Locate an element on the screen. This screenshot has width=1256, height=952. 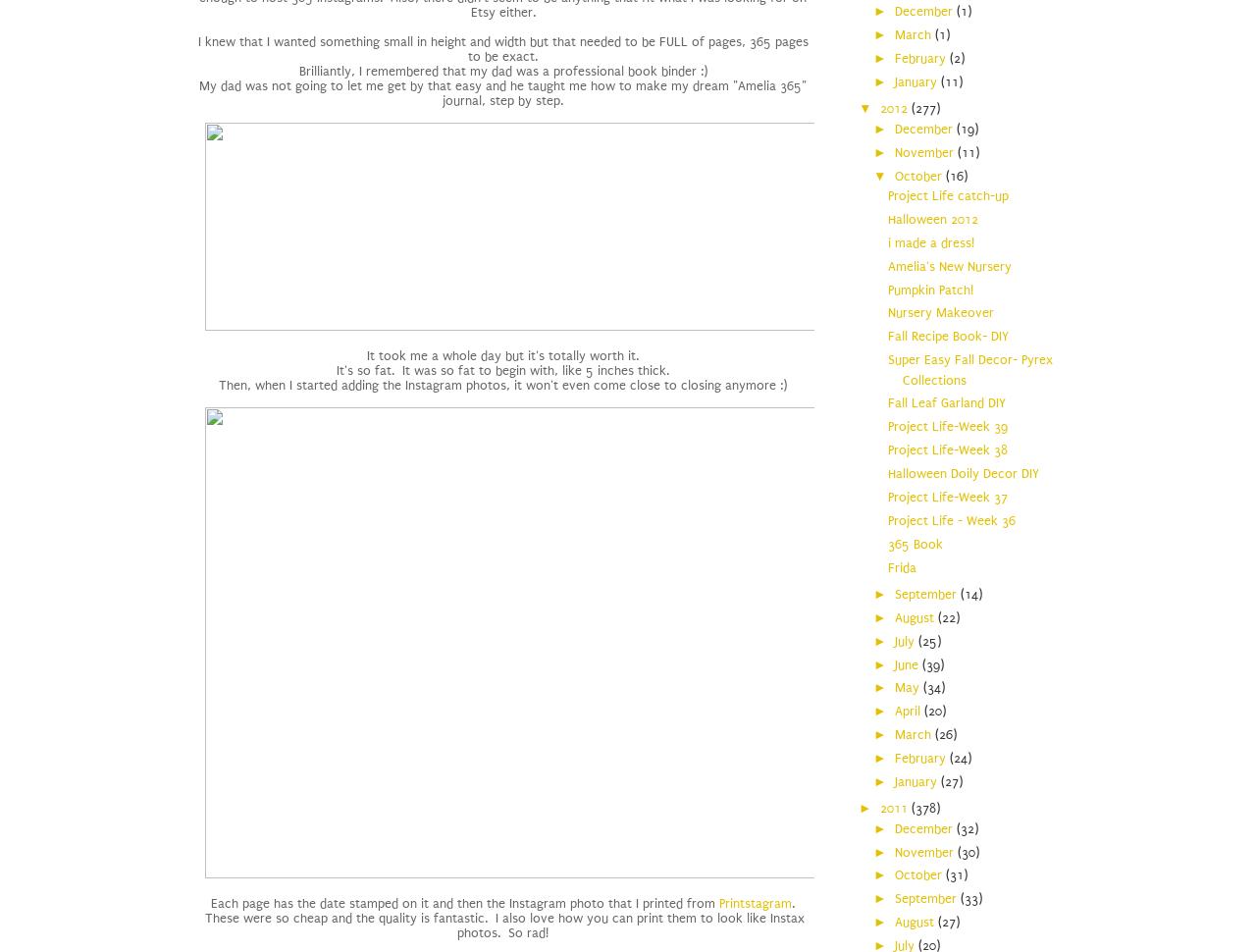
'(31)' is located at coordinates (955, 874).